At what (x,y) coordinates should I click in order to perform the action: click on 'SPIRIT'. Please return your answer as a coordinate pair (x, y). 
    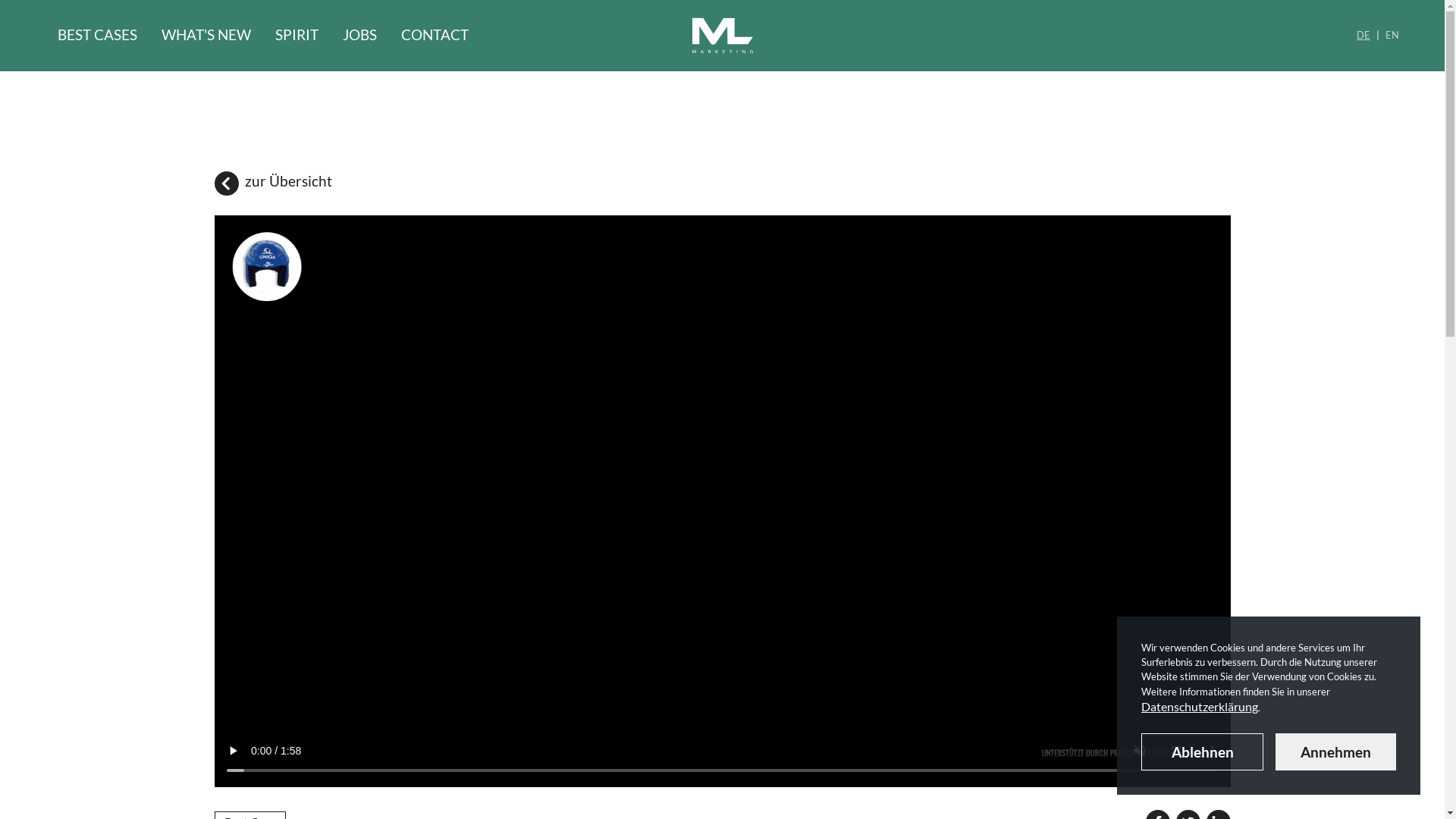
    Looking at the image, I should click on (297, 35).